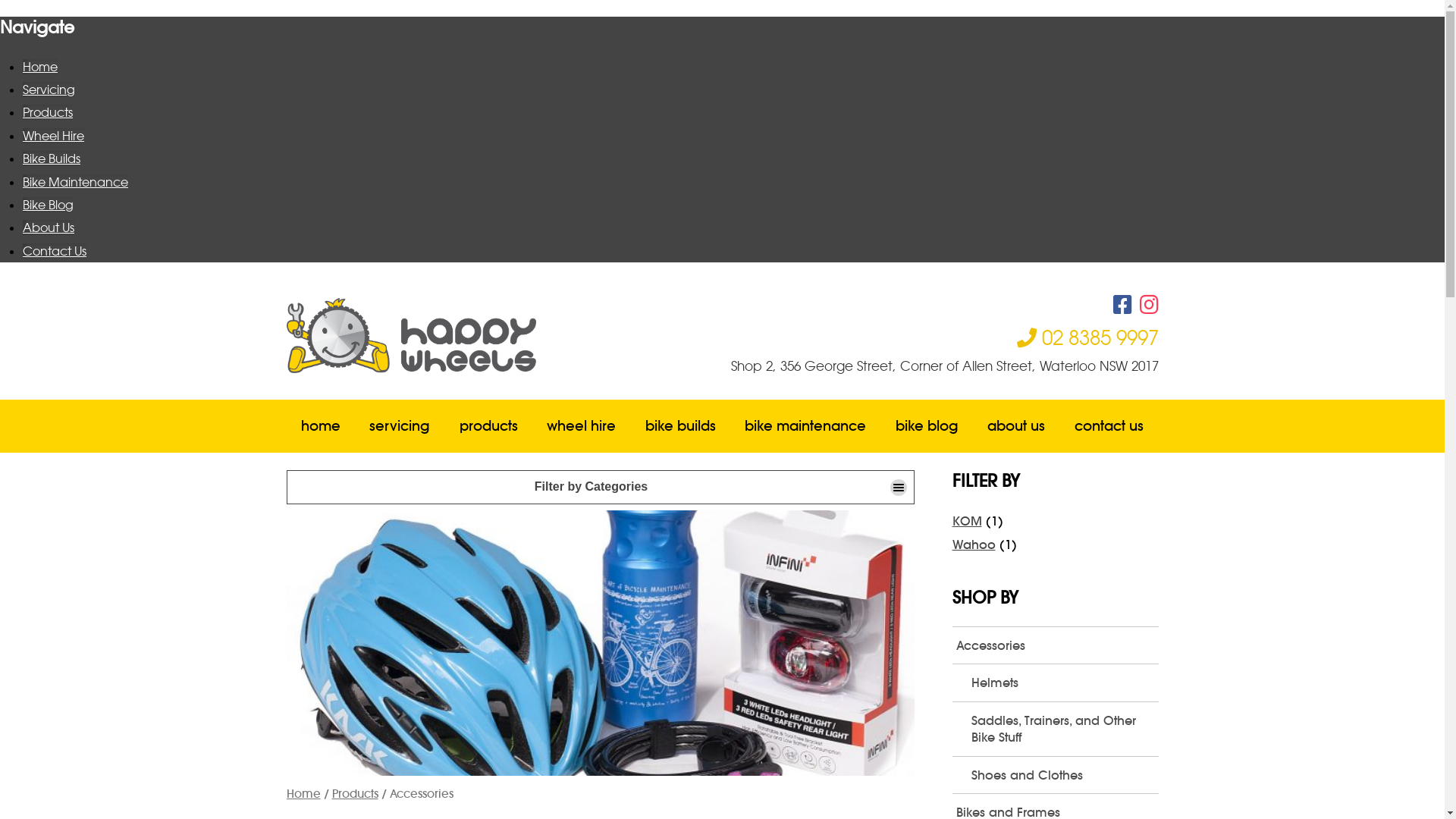  I want to click on 'Bike Blog', so click(48, 205).